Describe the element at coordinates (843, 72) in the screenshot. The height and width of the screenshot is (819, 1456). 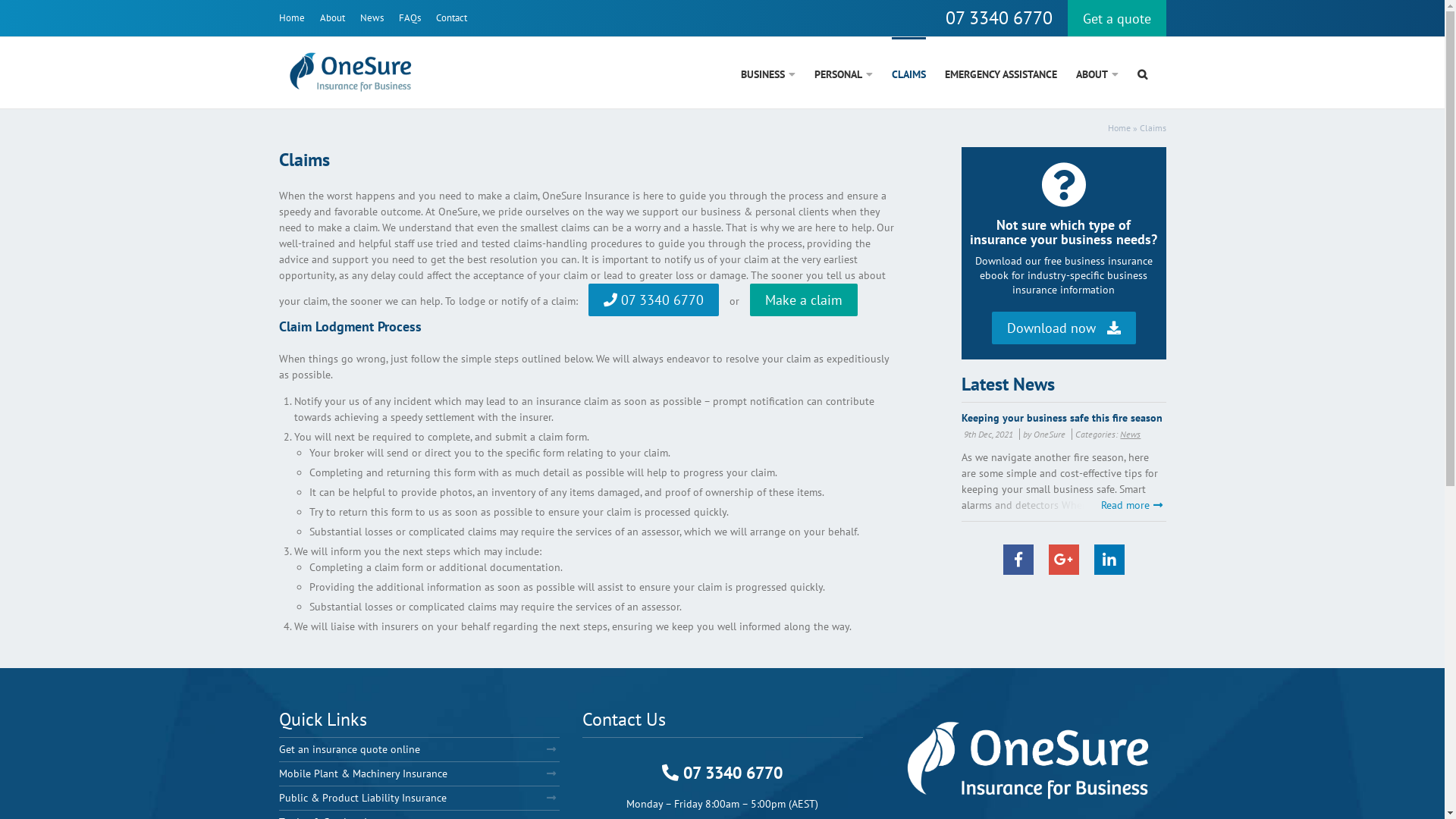
I see `'PERSONAL'` at that location.